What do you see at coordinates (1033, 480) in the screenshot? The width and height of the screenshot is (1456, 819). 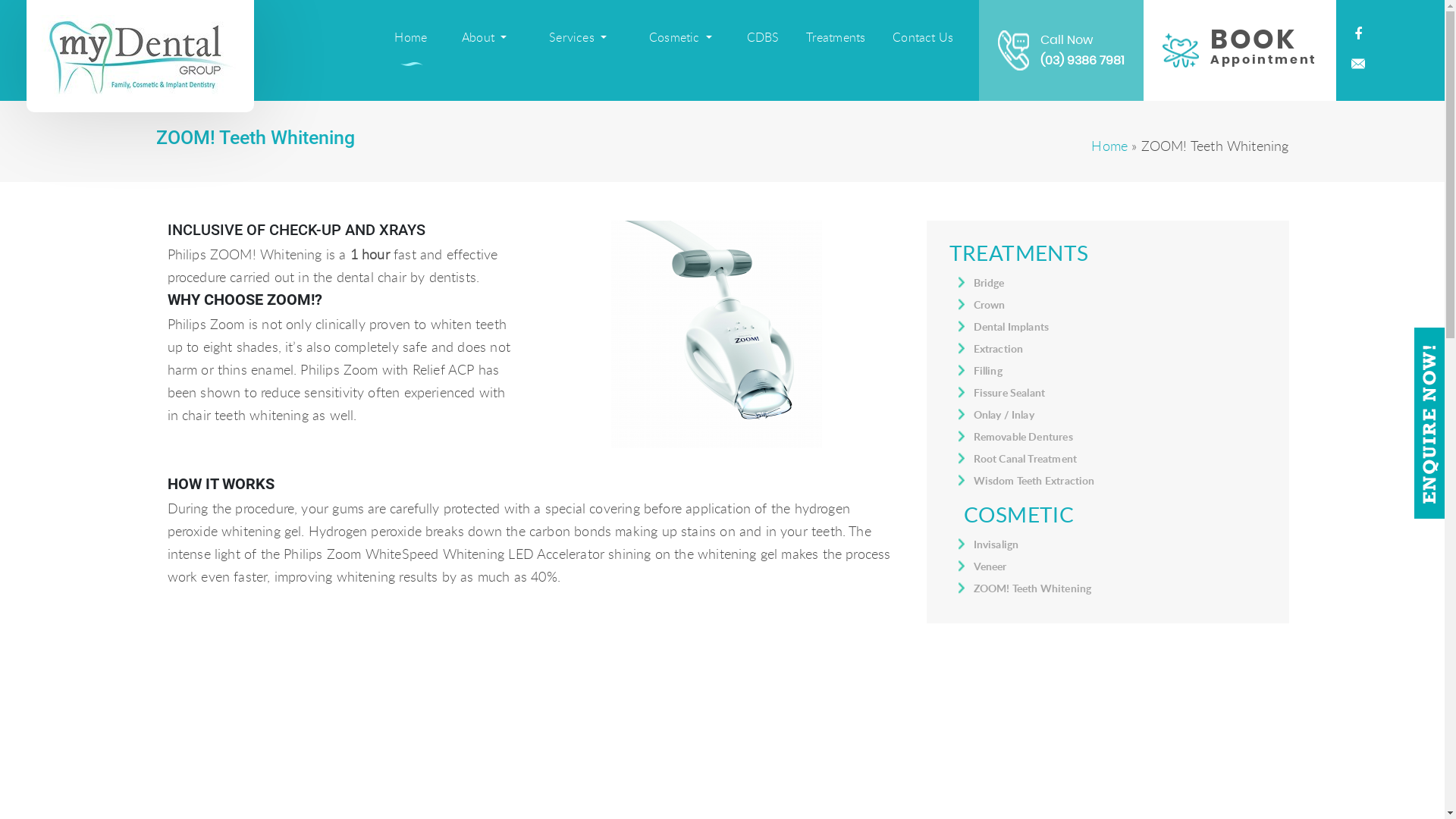 I see `'Wisdom Teeth Extraction'` at bounding box center [1033, 480].